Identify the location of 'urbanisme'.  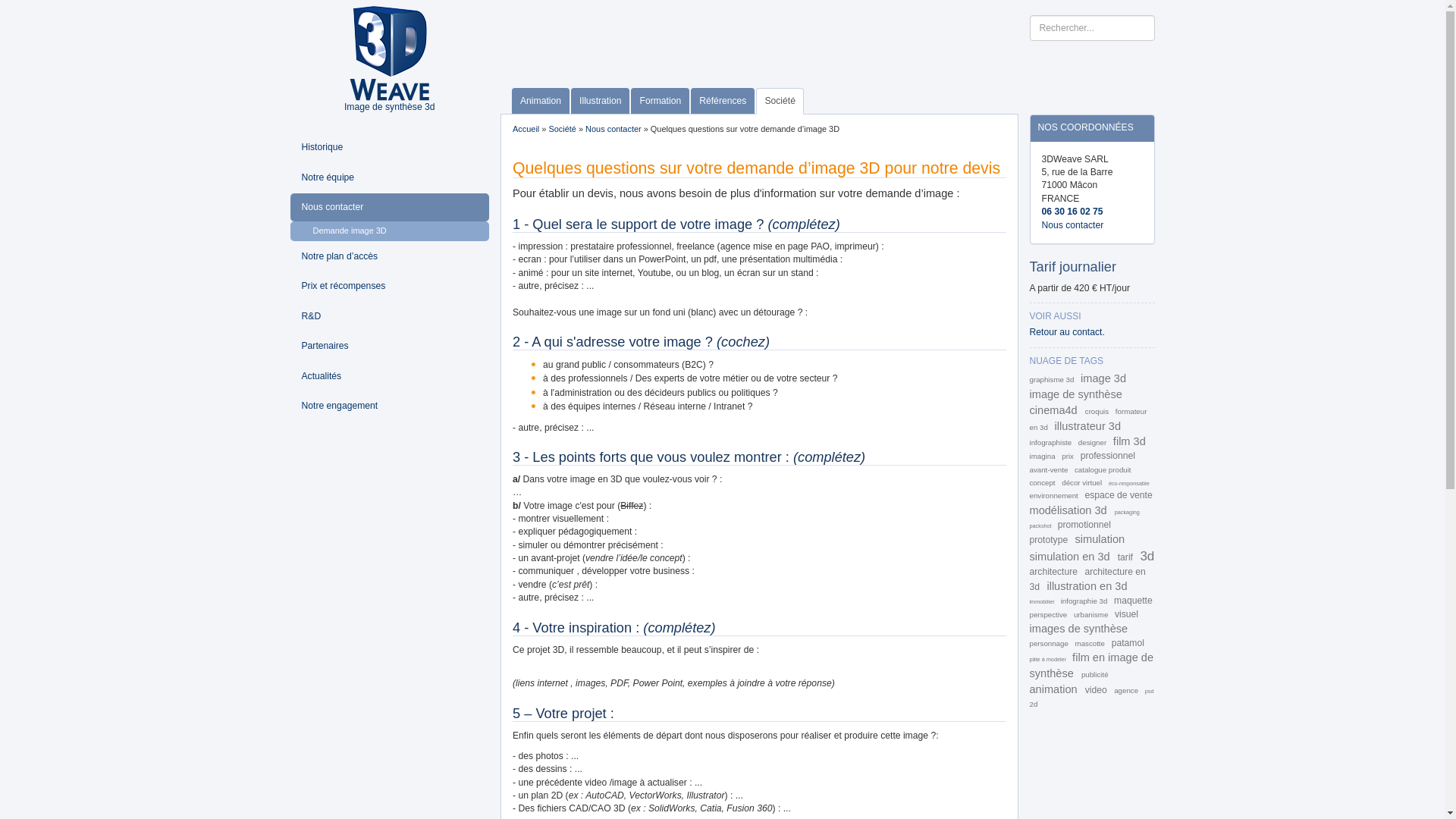
(1092, 614).